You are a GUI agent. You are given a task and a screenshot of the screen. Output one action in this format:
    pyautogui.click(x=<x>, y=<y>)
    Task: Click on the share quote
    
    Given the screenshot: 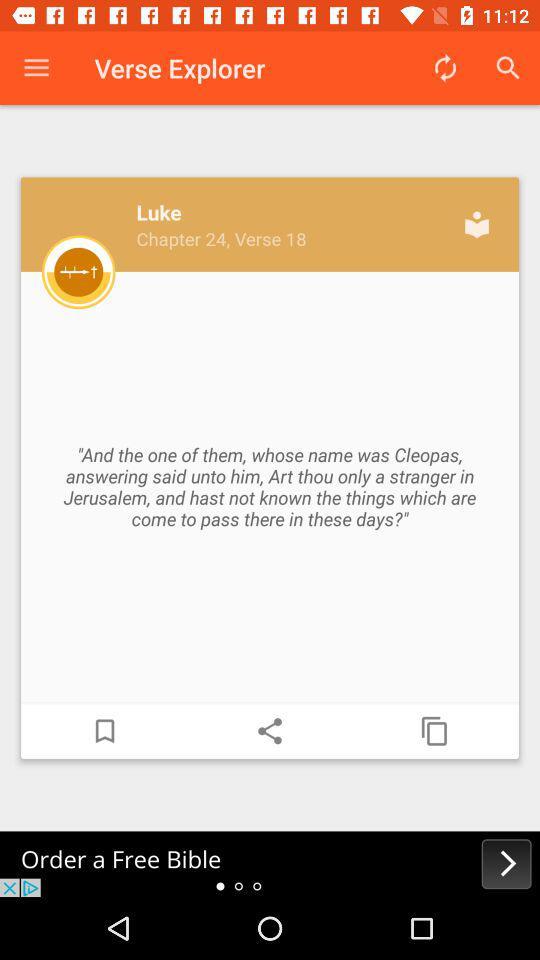 What is the action you would take?
    pyautogui.click(x=270, y=730)
    